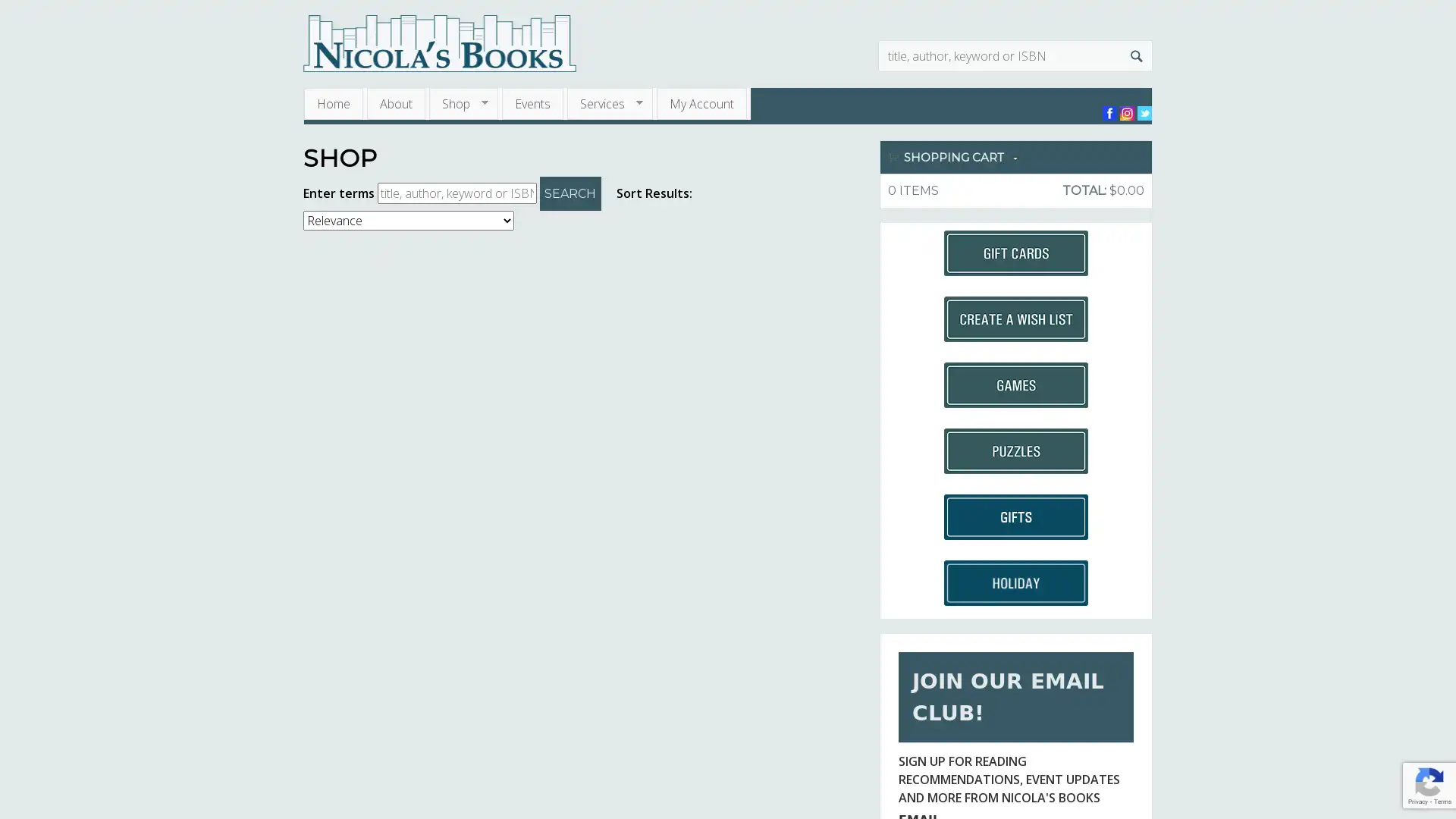  Describe the element at coordinates (1136, 55) in the screenshot. I see `Search` at that location.